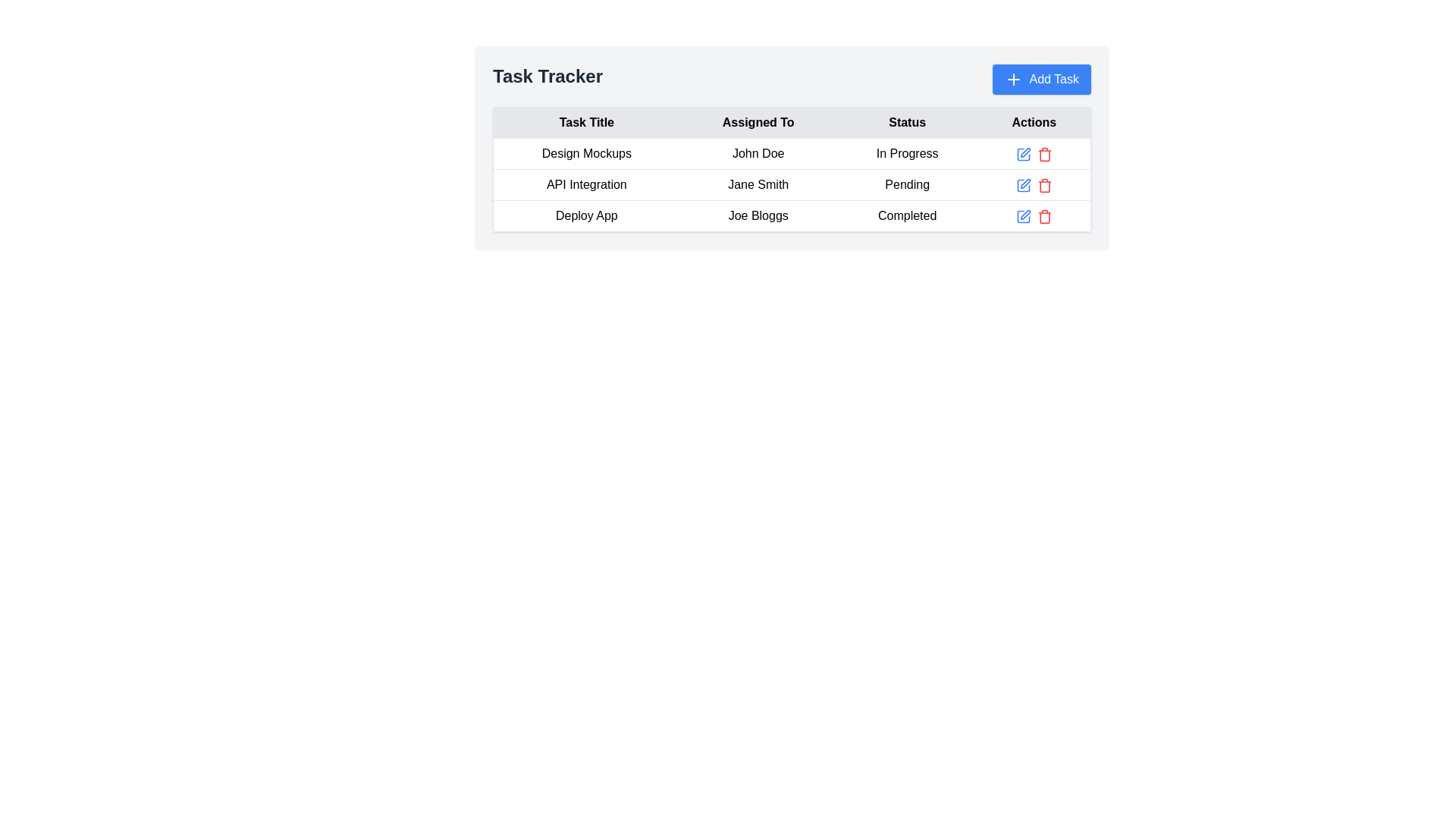 This screenshot has width=1456, height=819. Describe the element at coordinates (758, 122) in the screenshot. I see `the Static table header text, which indicates the person a task is assigned to, located within the 'Task Tracker' table header row` at that location.